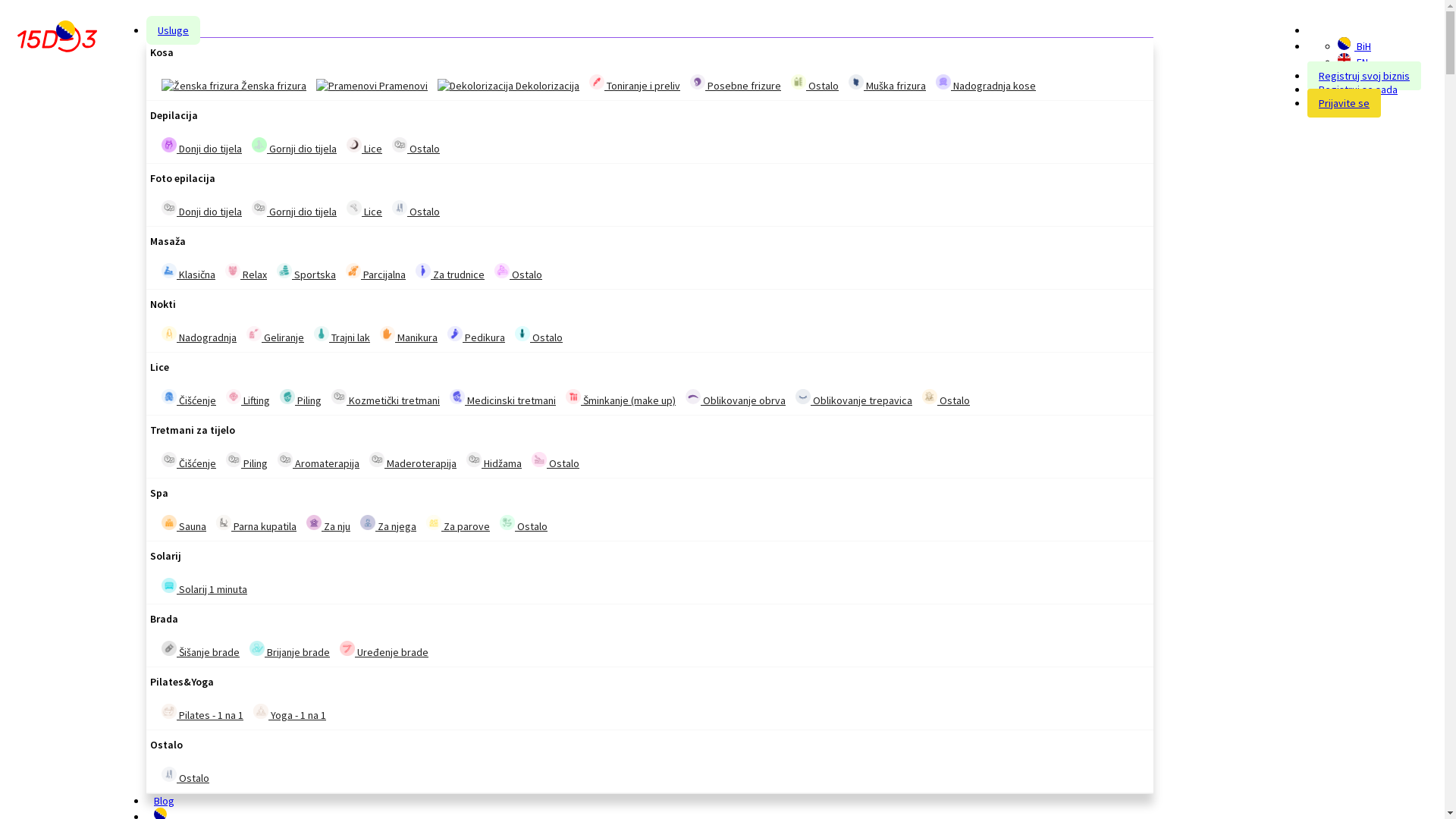 Image resolution: width=1456 pixels, height=819 pixels. Describe the element at coordinates (795, 396) in the screenshot. I see `'Oblikovanje trepavica'` at that location.